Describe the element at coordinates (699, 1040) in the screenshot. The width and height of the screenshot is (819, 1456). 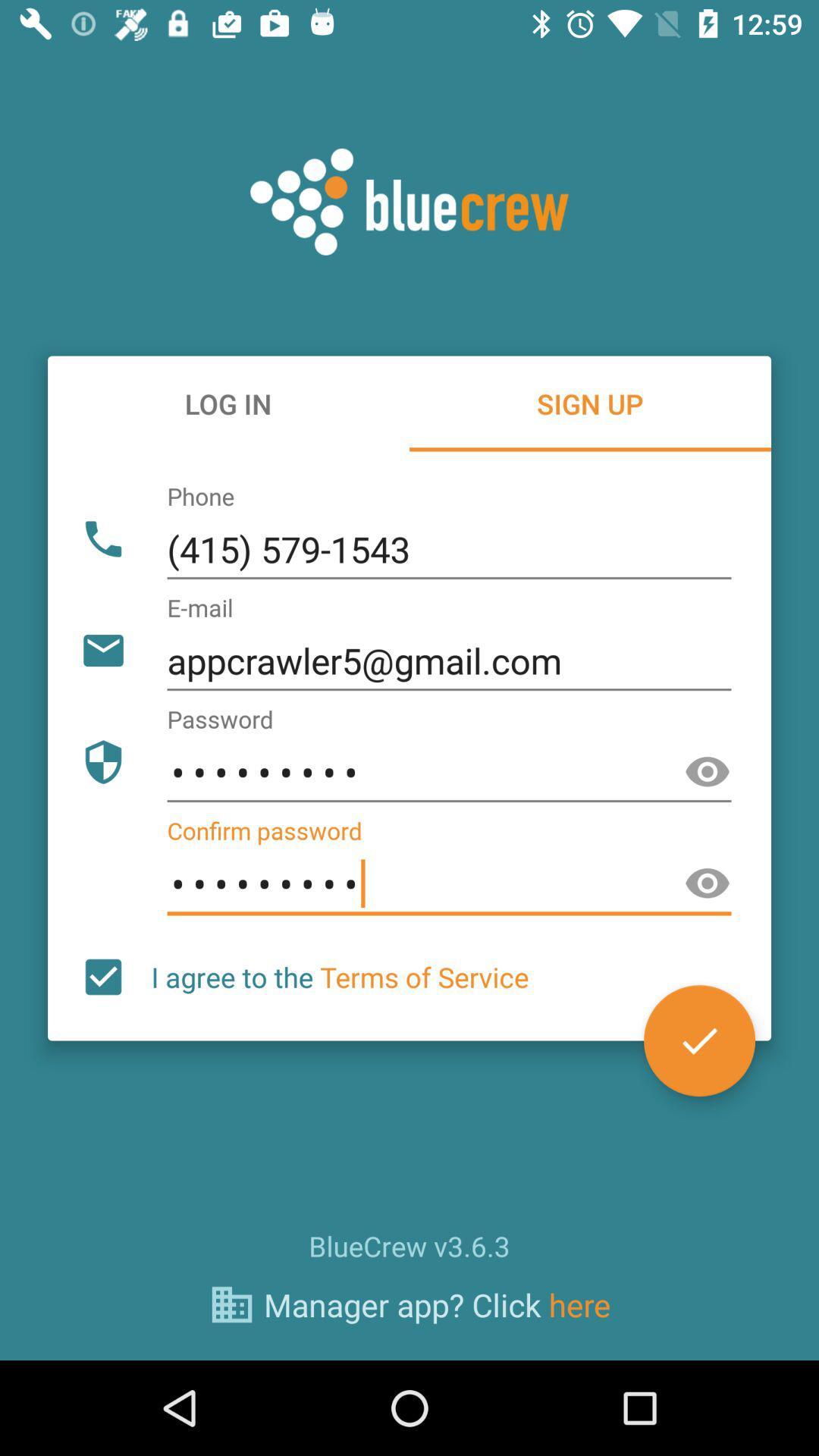
I see `item at the bottom right corner` at that location.